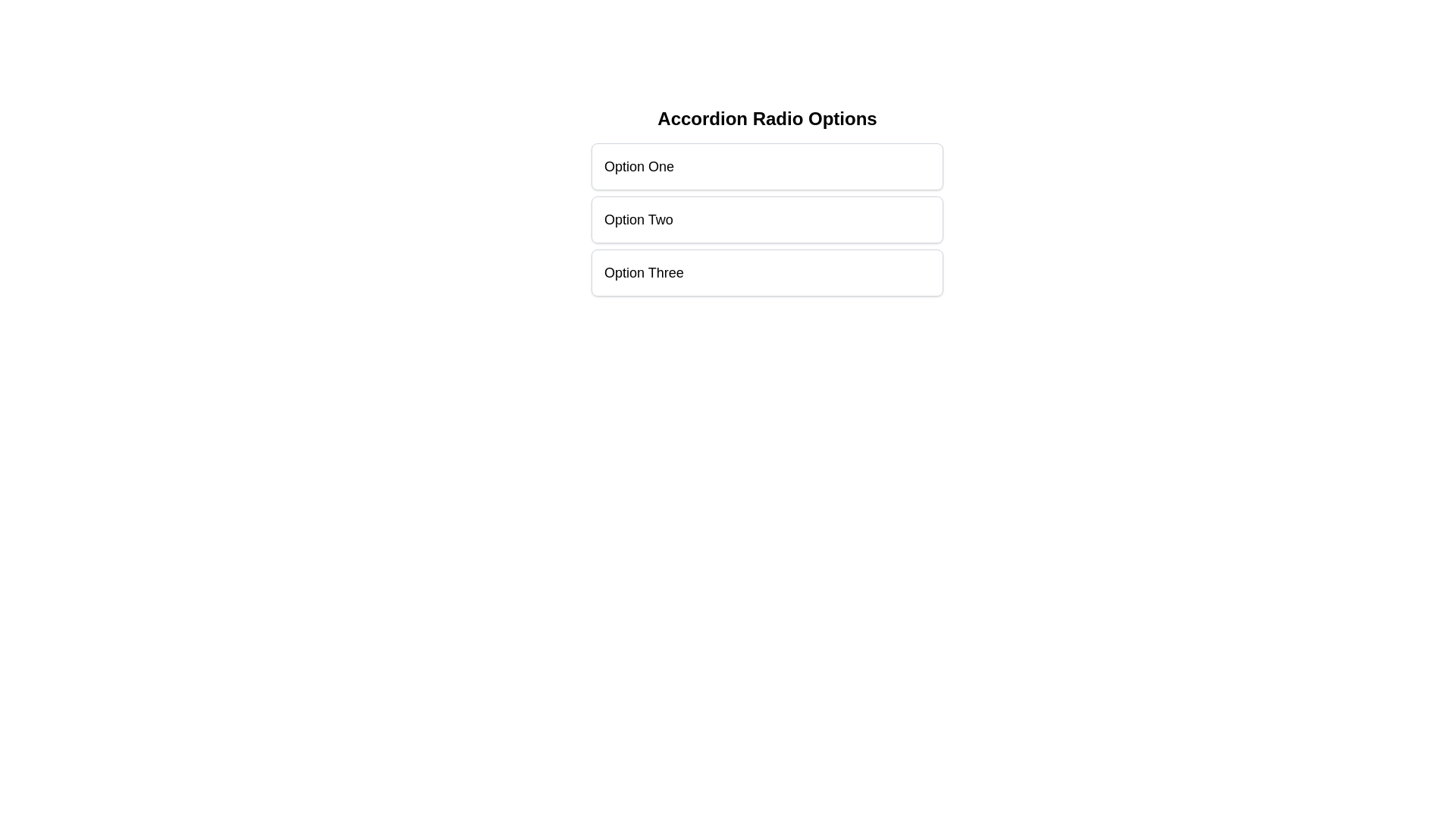 The image size is (1456, 819). Describe the element at coordinates (767, 166) in the screenshot. I see `the top-most interactive list item in the 'Accordion Radio Options' group` at that location.